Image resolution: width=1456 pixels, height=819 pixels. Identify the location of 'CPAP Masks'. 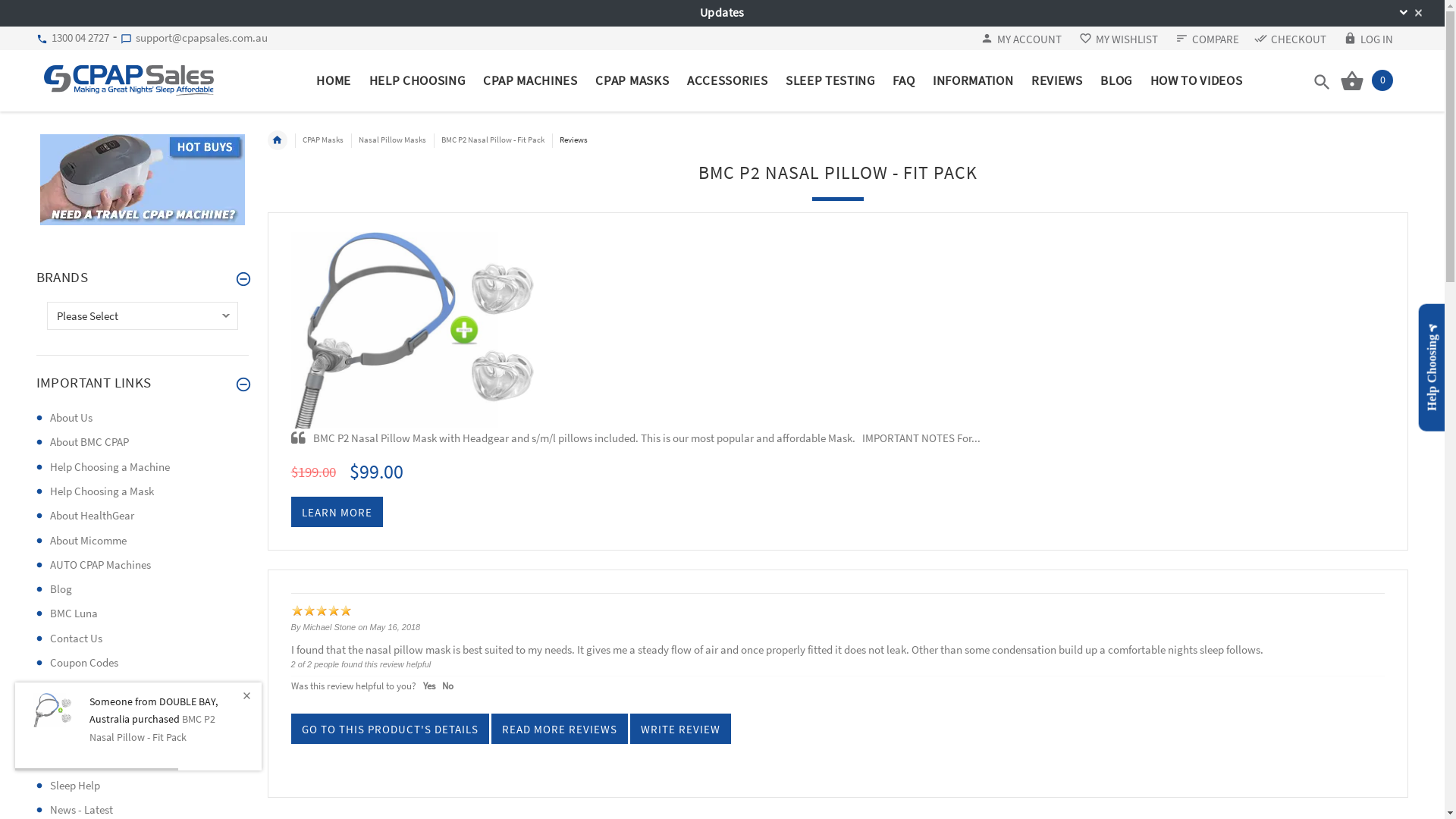
(322, 140).